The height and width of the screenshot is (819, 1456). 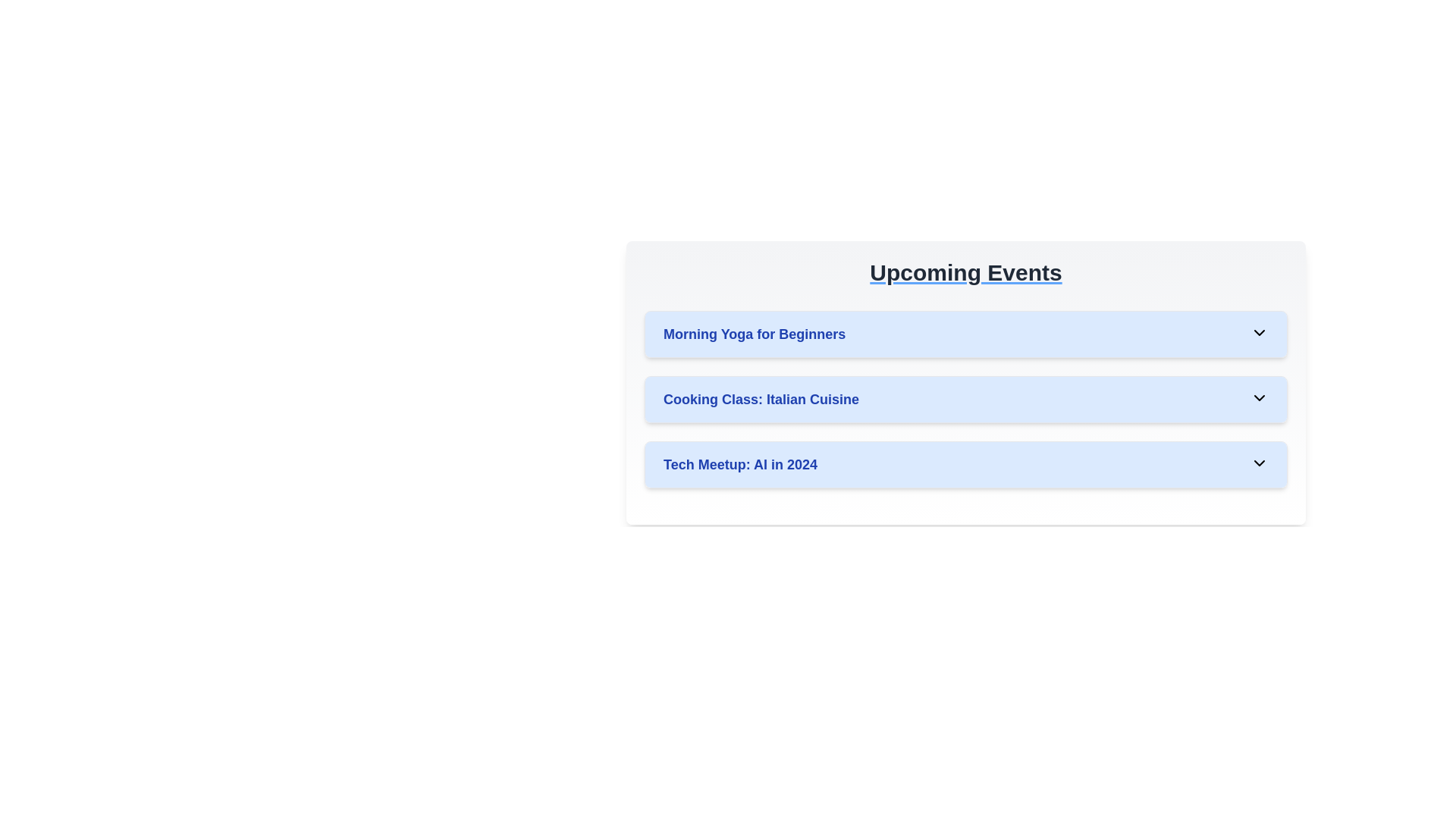 What do you see at coordinates (965, 464) in the screenshot?
I see `the Interactive Dropdown Item labeled 'Tech Meetup: AI in 2024'` at bounding box center [965, 464].